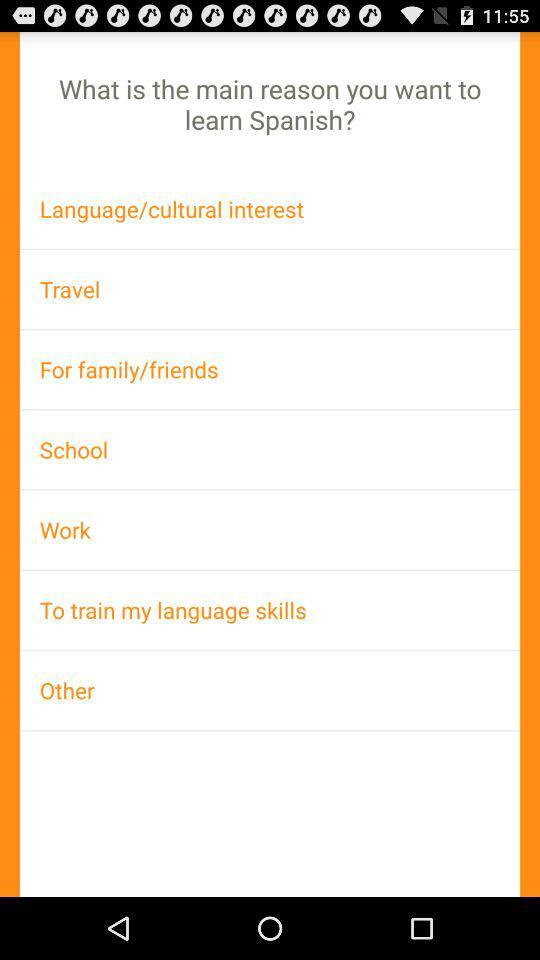  I want to click on the app above the for family/friends item, so click(270, 288).